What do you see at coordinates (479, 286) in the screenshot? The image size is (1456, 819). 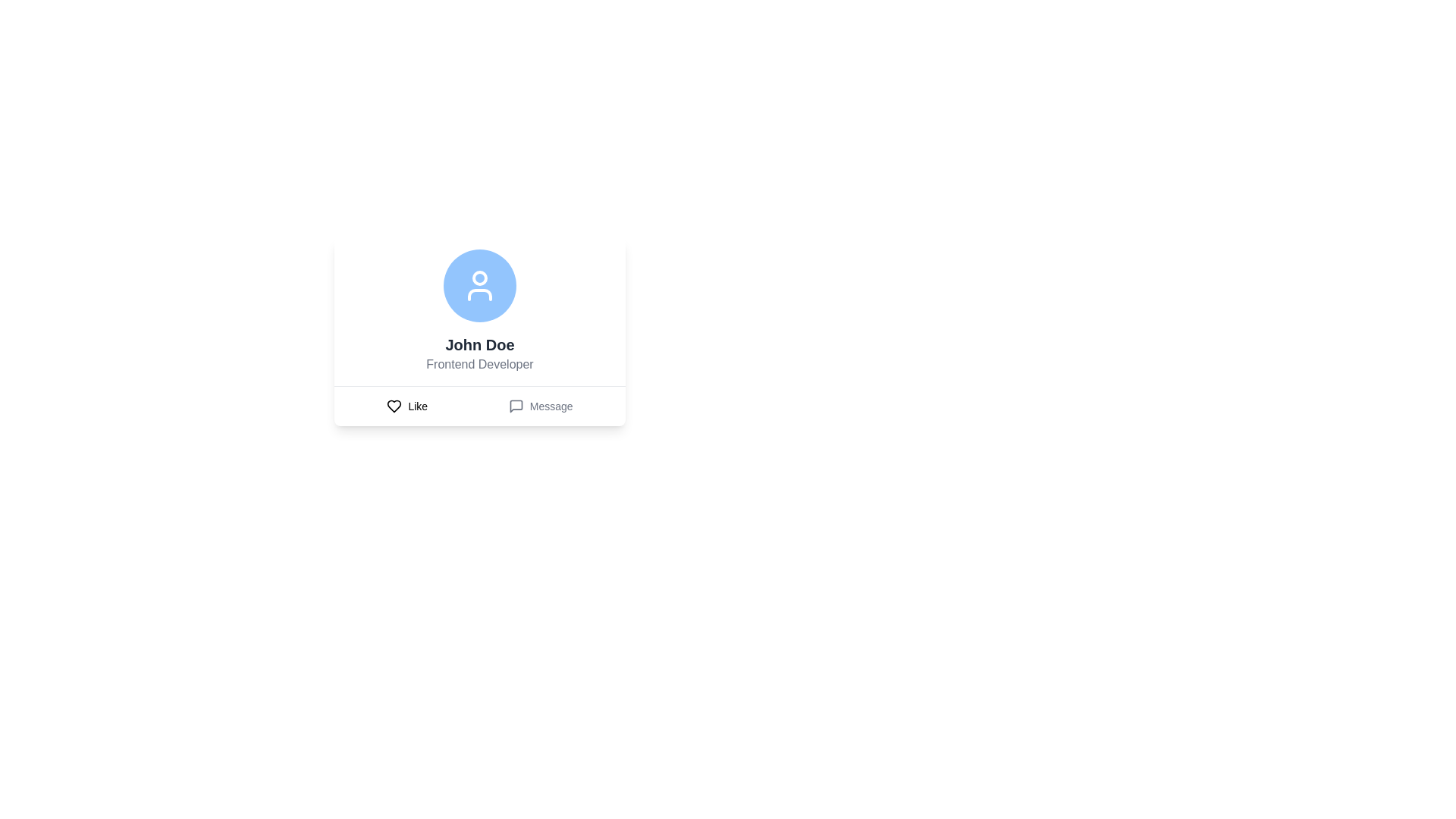 I see `the circular icon with a blue background and a white user icon at its center, which is centrally aligned at the top section of the card above the 'John Doe' title` at bounding box center [479, 286].